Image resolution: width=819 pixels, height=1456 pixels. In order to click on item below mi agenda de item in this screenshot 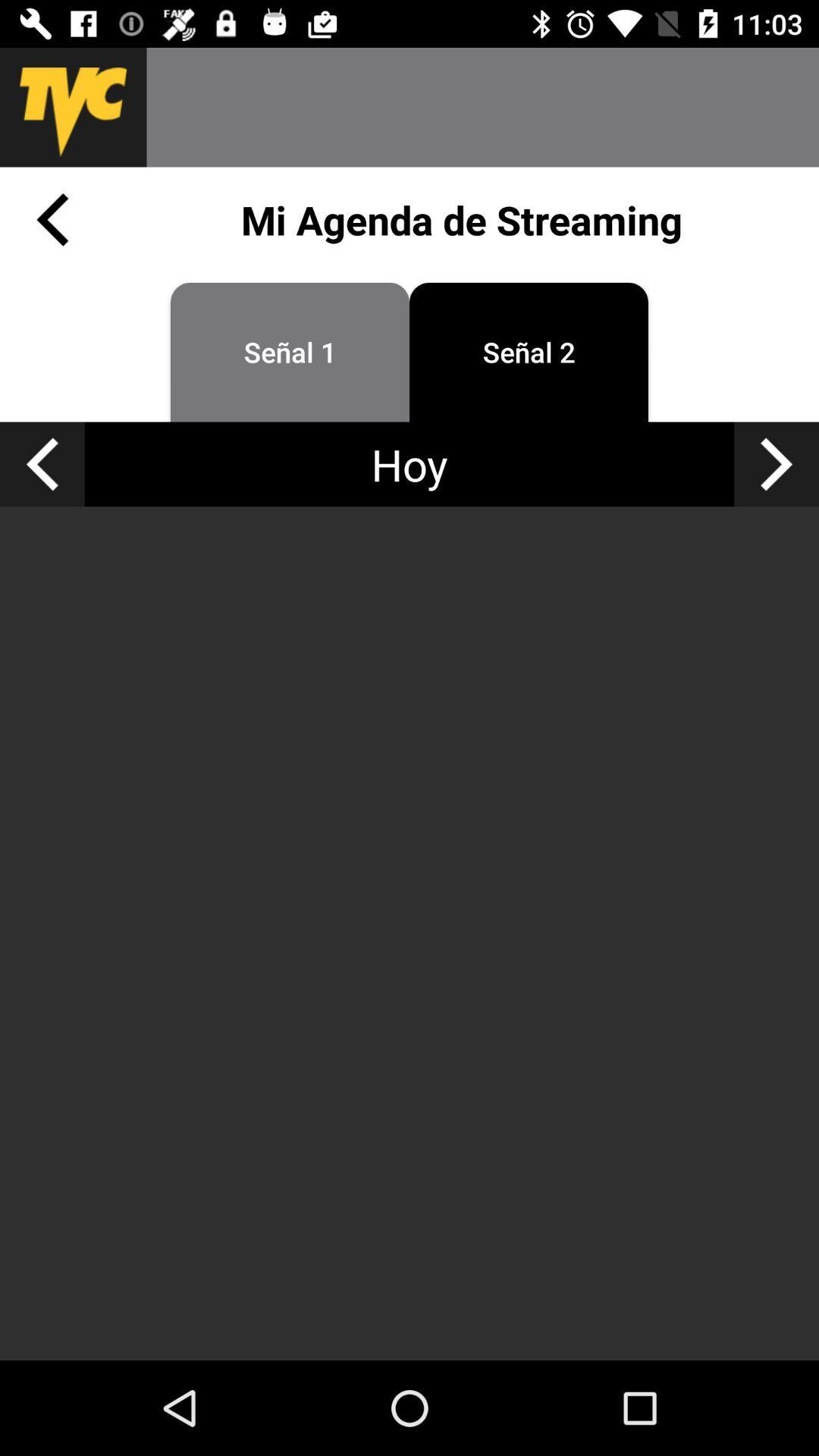, I will do `click(777, 463)`.